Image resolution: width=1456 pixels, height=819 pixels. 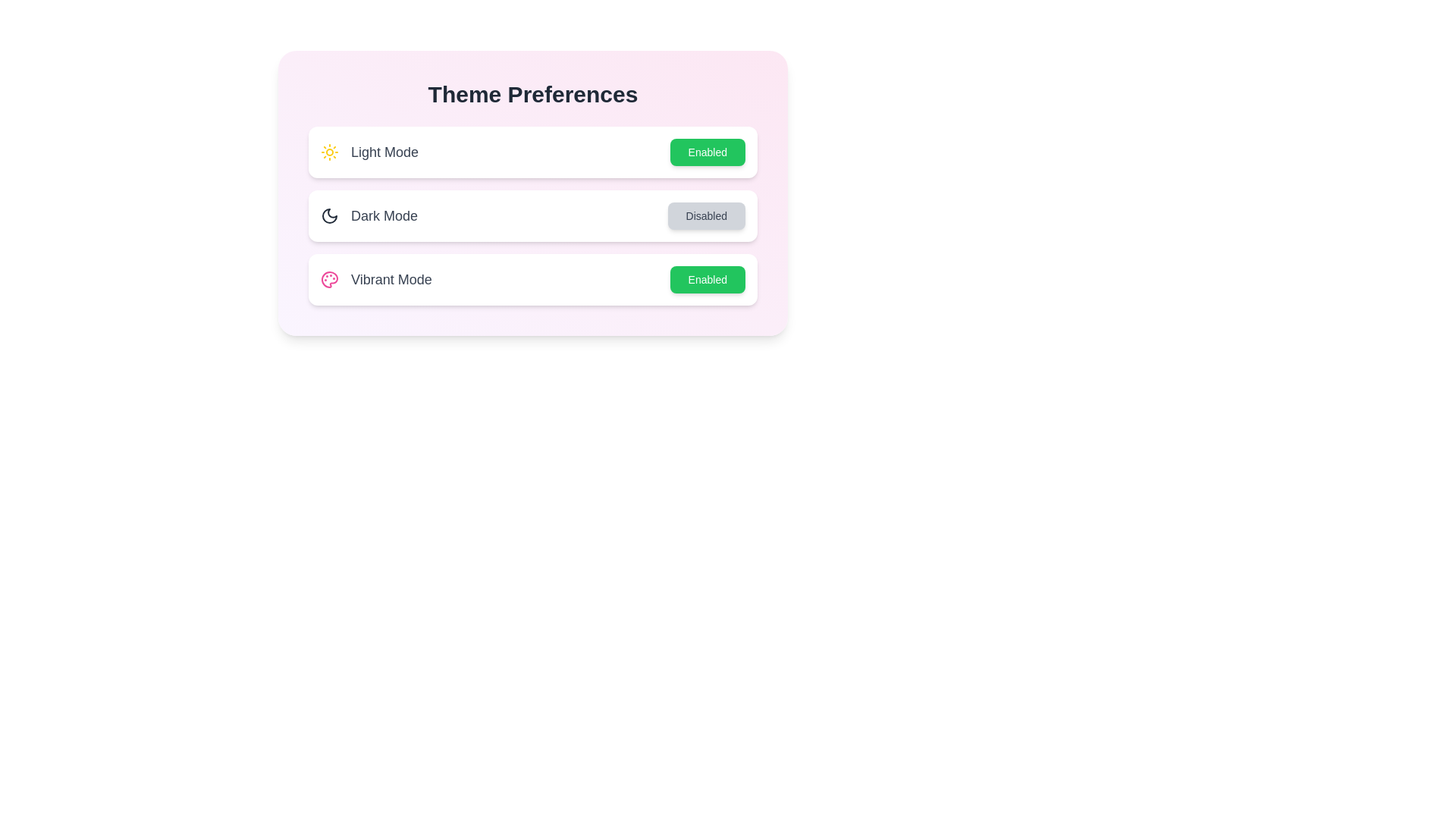 What do you see at coordinates (707, 152) in the screenshot?
I see `the button corresponding to Light mode to observe its hover effect` at bounding box center [707, 152].